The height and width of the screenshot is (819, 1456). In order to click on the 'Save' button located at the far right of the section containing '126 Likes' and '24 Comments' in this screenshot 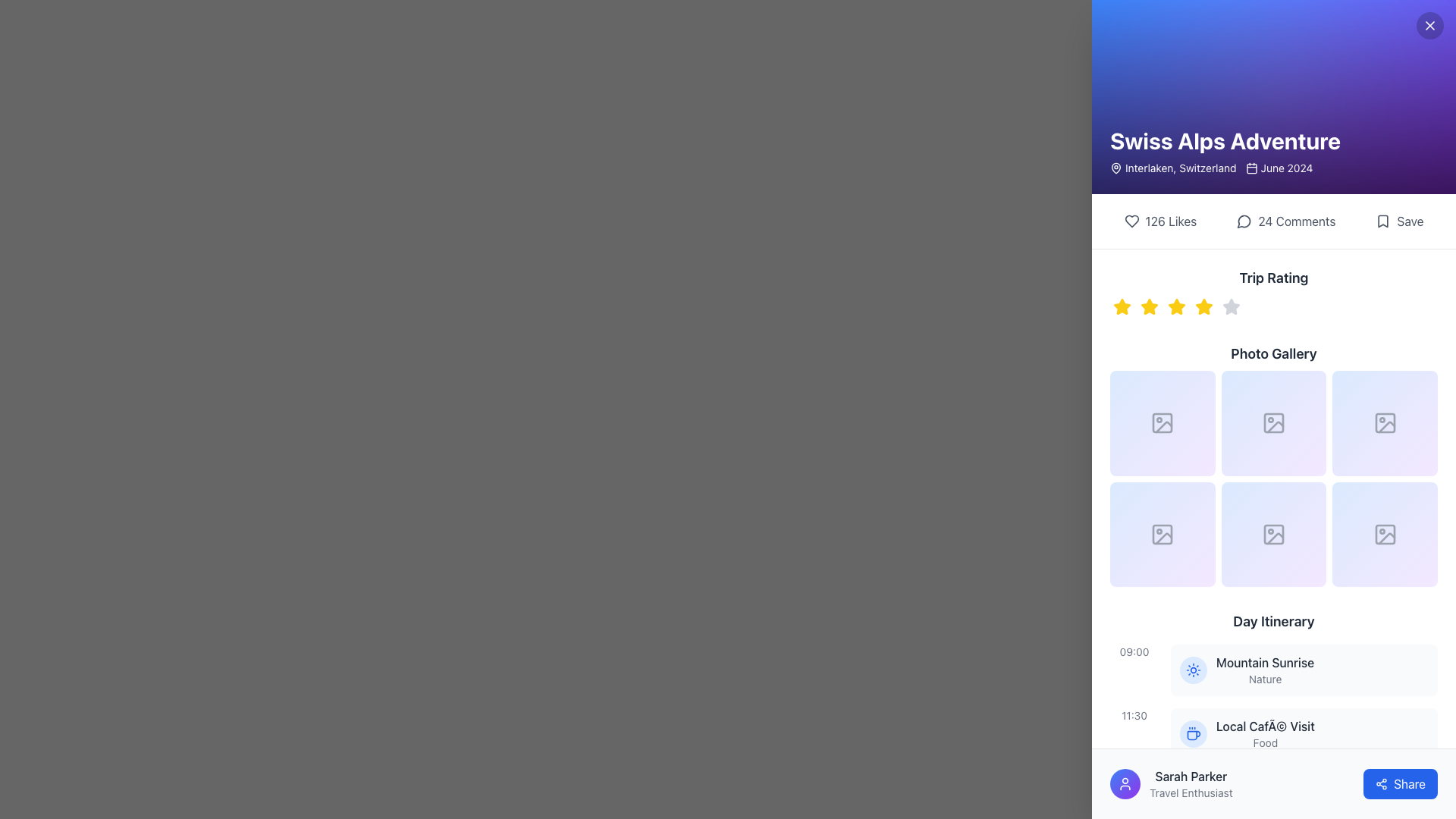, I will do `click(1398, 221)`.